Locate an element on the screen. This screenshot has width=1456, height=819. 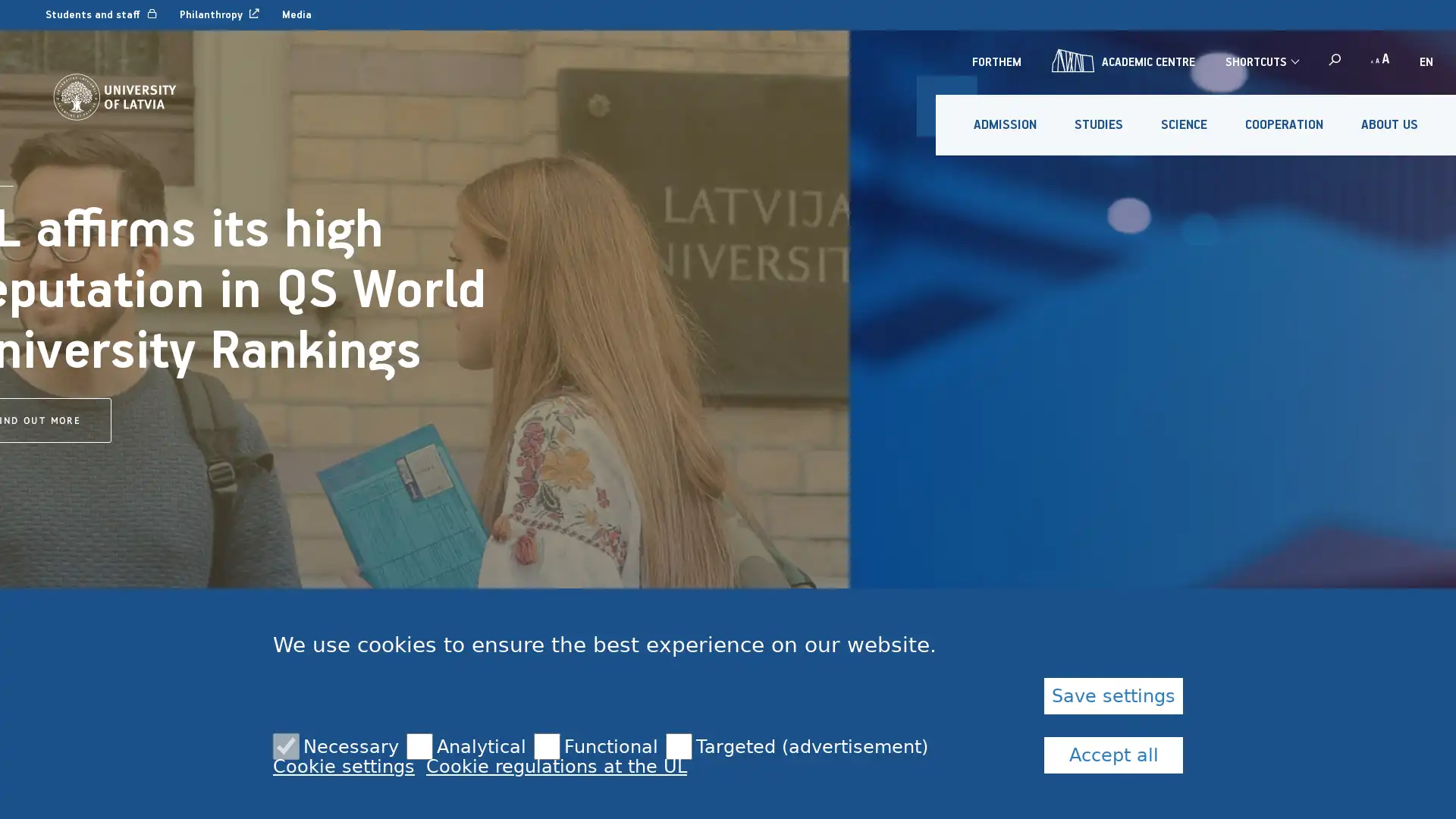
COOPERATION is located at coordinates (1283, 124).